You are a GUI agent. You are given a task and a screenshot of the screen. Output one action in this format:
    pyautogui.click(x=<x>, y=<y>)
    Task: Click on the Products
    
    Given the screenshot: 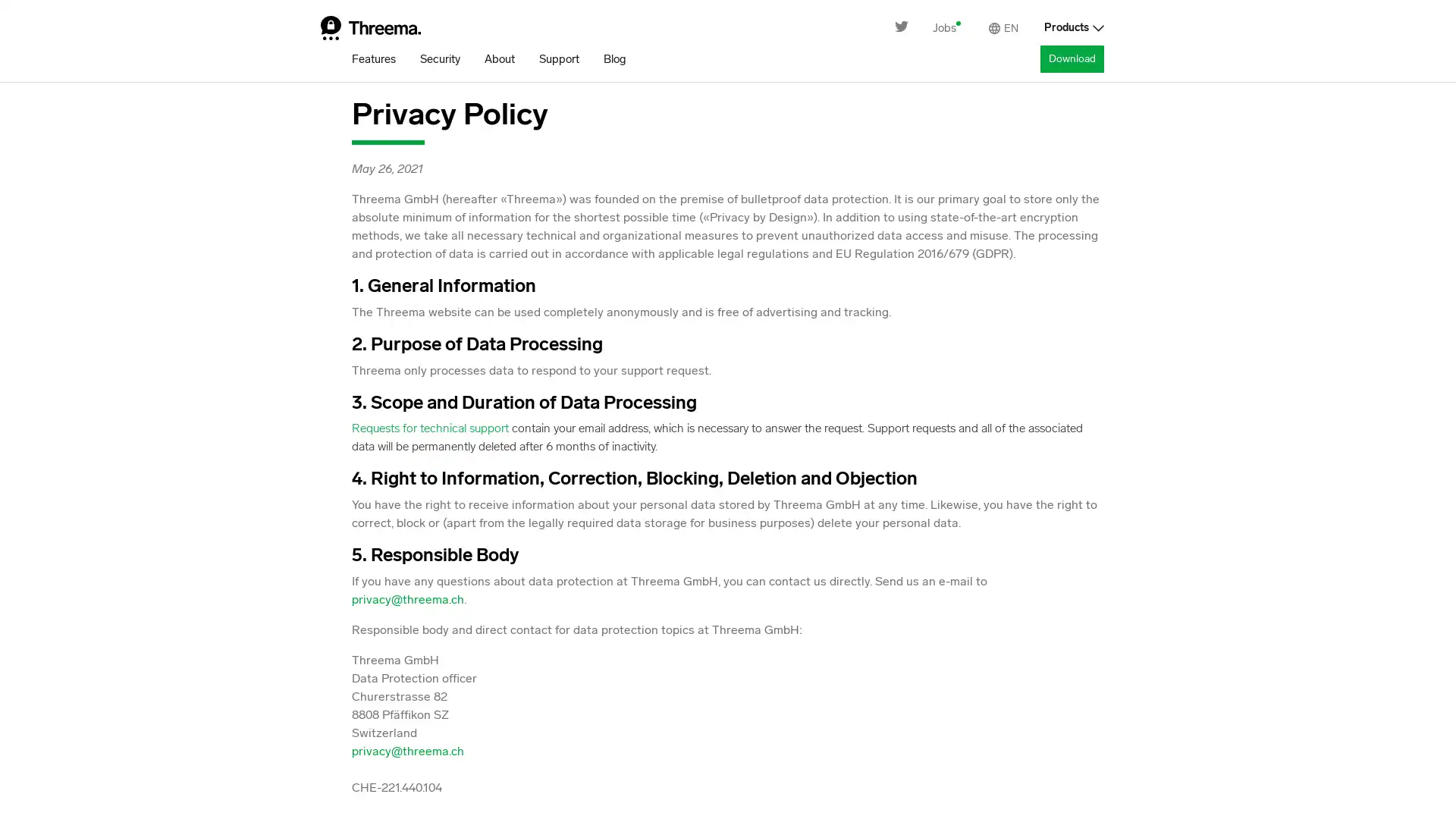 What is the action you would take?
    pyautogui.click(x=1069, y=28)
    